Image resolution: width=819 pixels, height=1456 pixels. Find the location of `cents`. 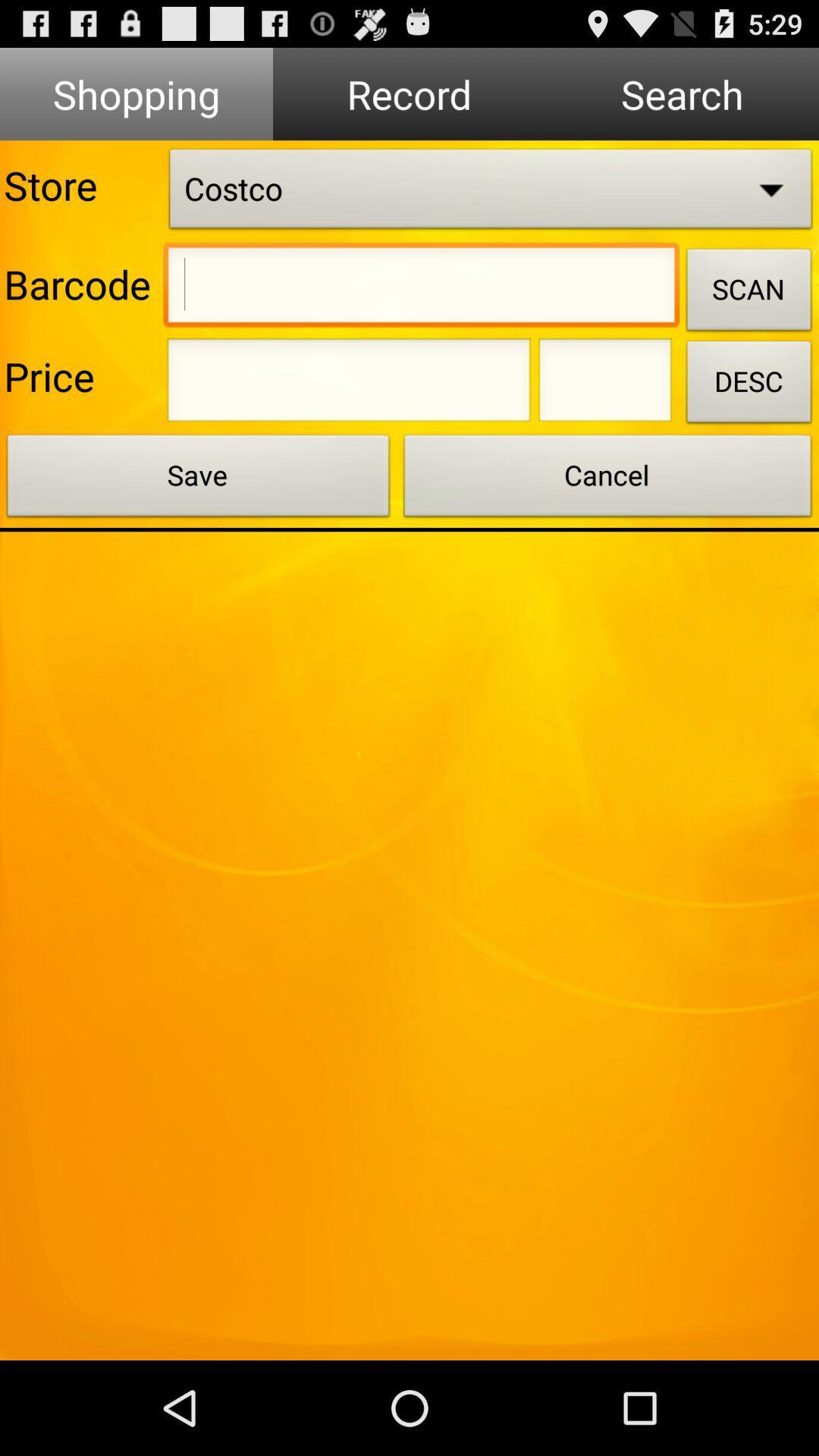

cents is located at coordinates (604, 384).